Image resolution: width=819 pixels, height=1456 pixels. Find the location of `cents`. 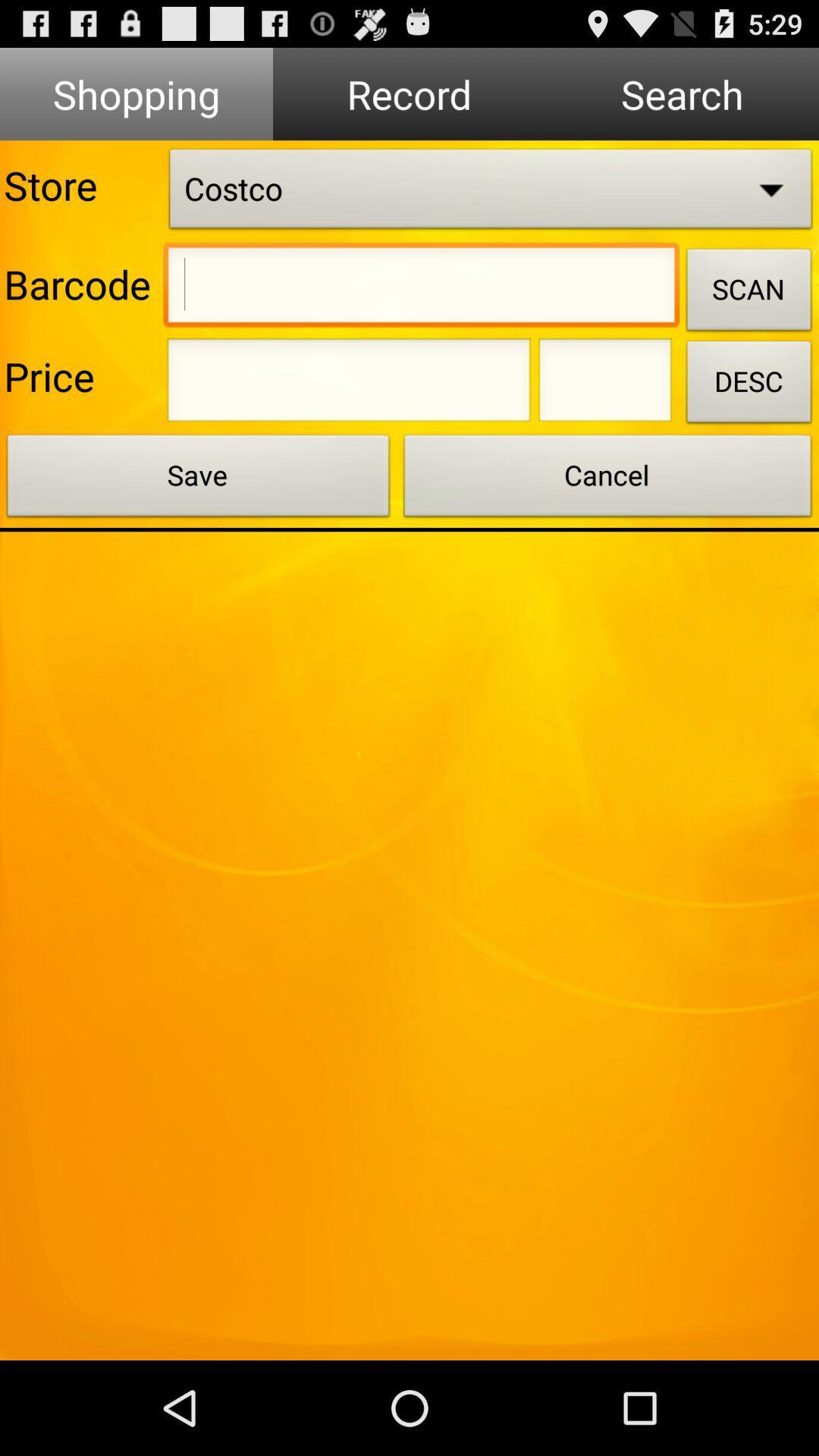

cents is located at coordinates (604, 384).